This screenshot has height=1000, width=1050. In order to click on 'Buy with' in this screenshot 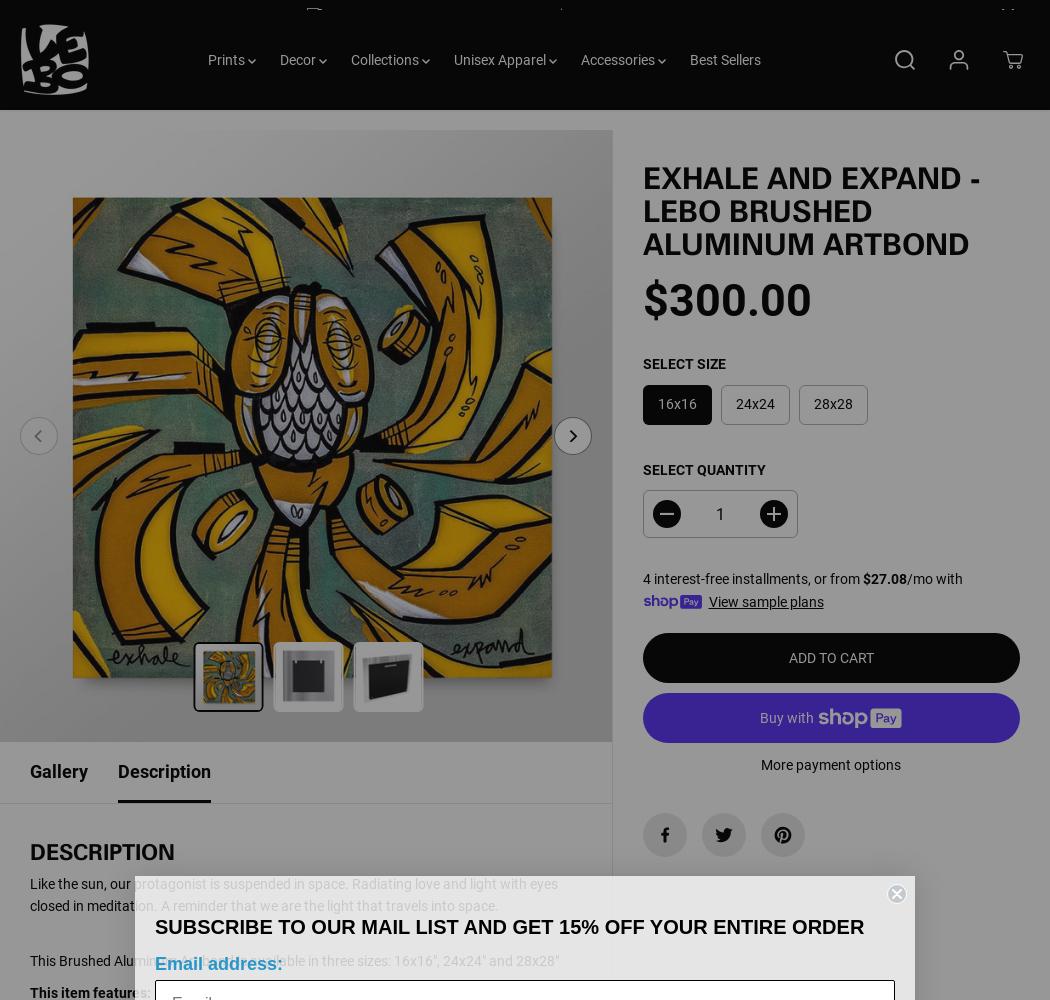, I will do `click(759, 716)`.